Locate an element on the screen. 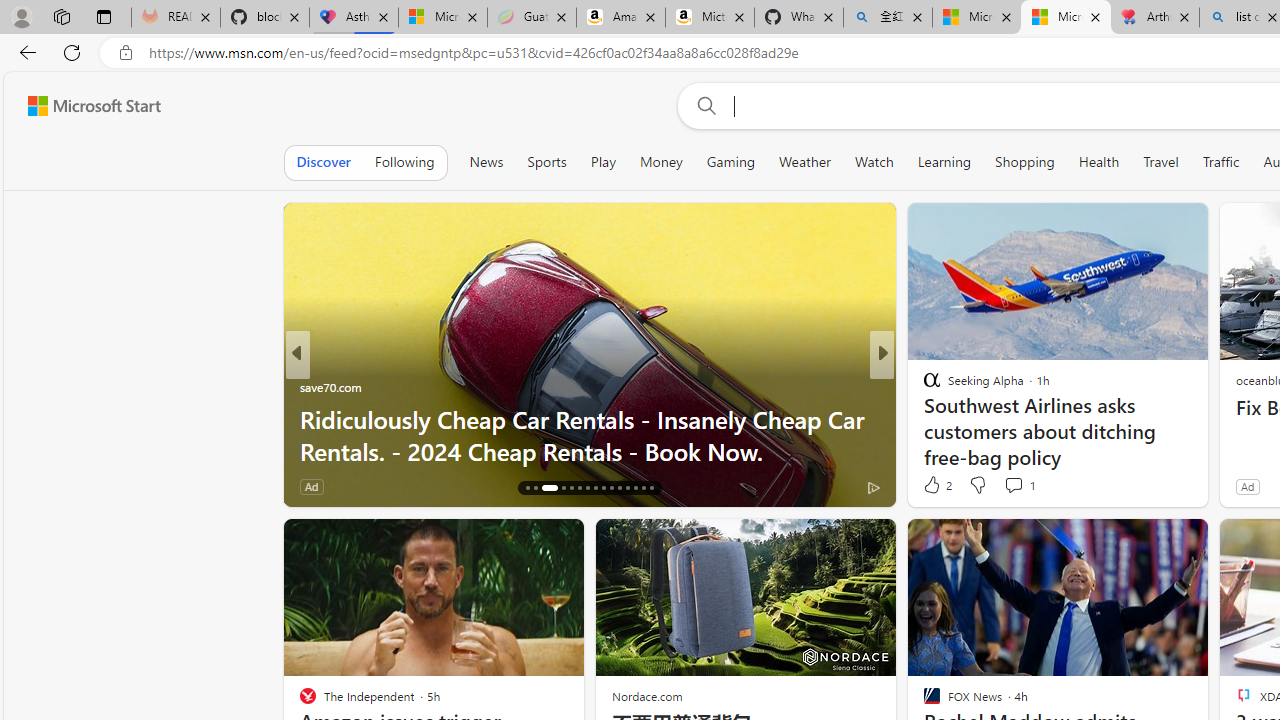 The width and height of the screenshot is (1280, 720). 'AutomationID: tab-30' is located at coordinates (650, 488).